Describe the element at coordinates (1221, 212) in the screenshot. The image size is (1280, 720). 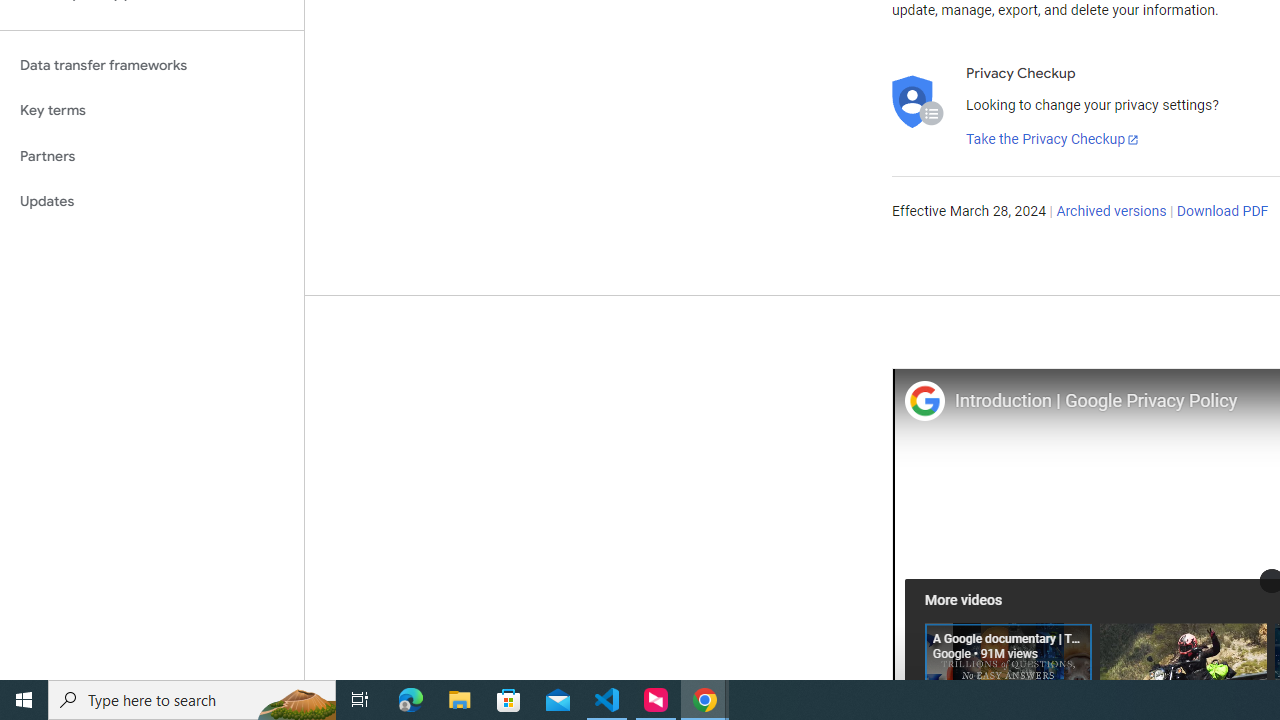
I see `'Download PDF'` at that location.